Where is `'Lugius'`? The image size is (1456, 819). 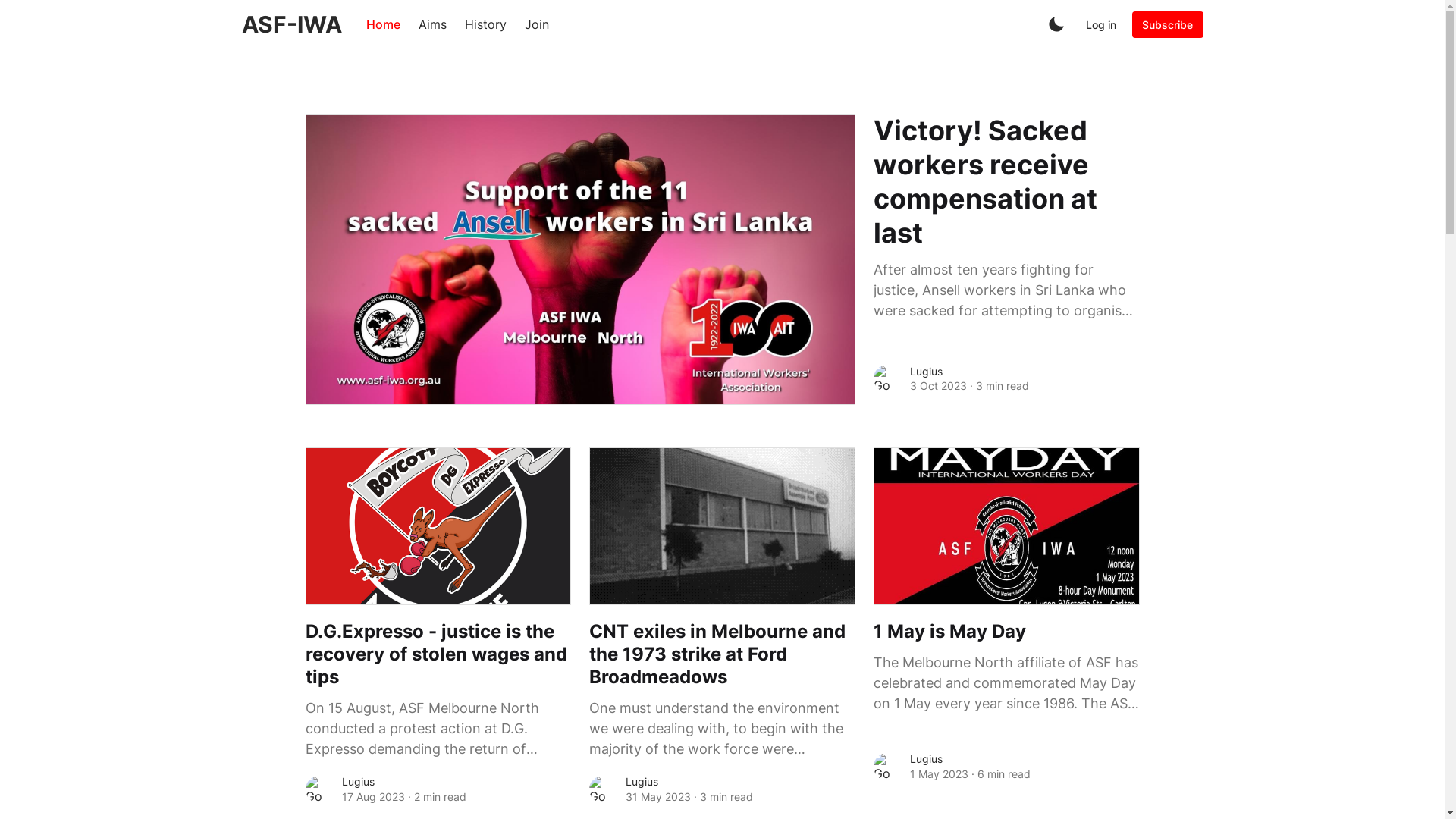 'Lugius' is located at coordinates (642, 781).